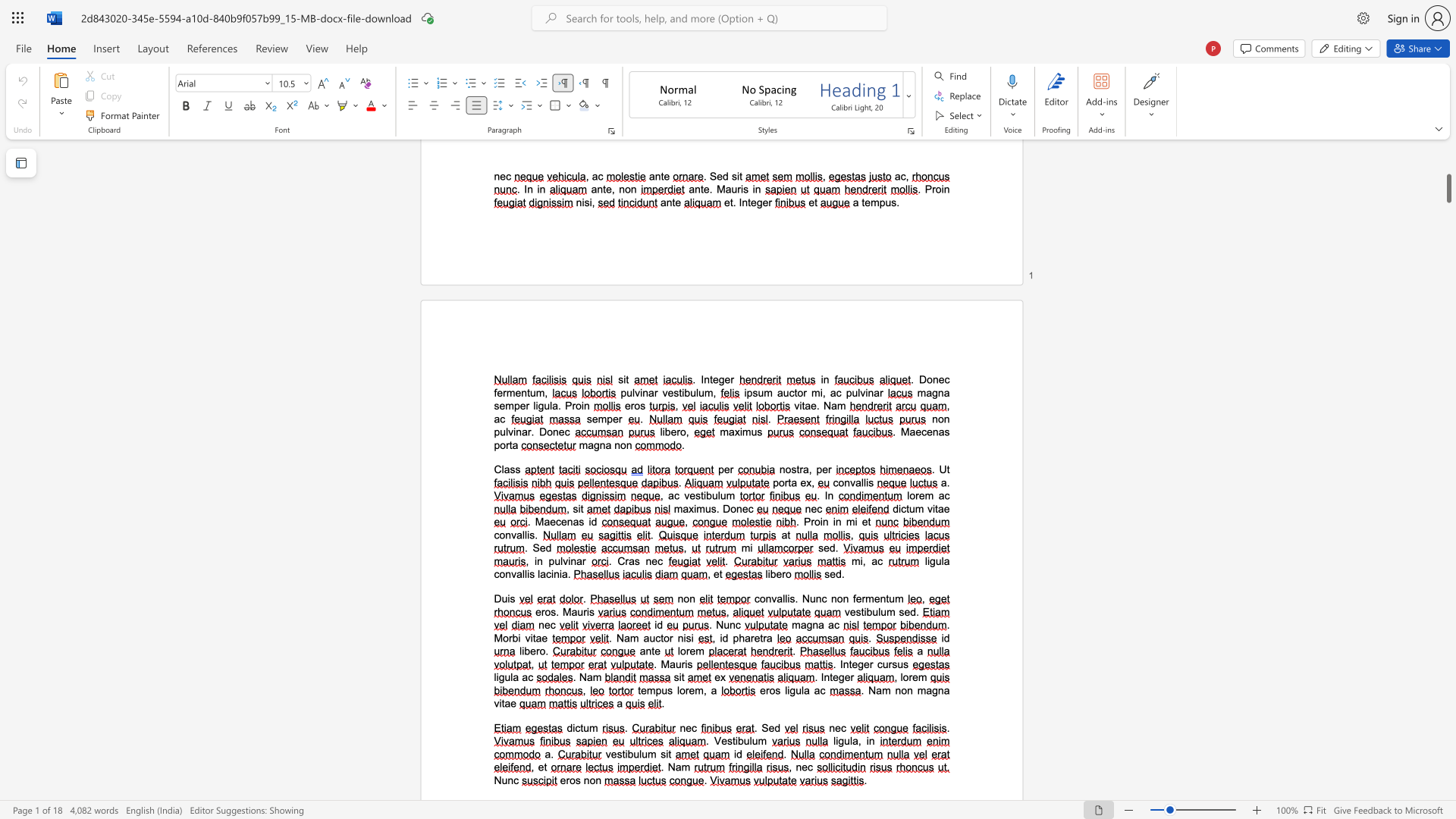  I want to click on the 1th character "g" in the text, so click(808, 625).